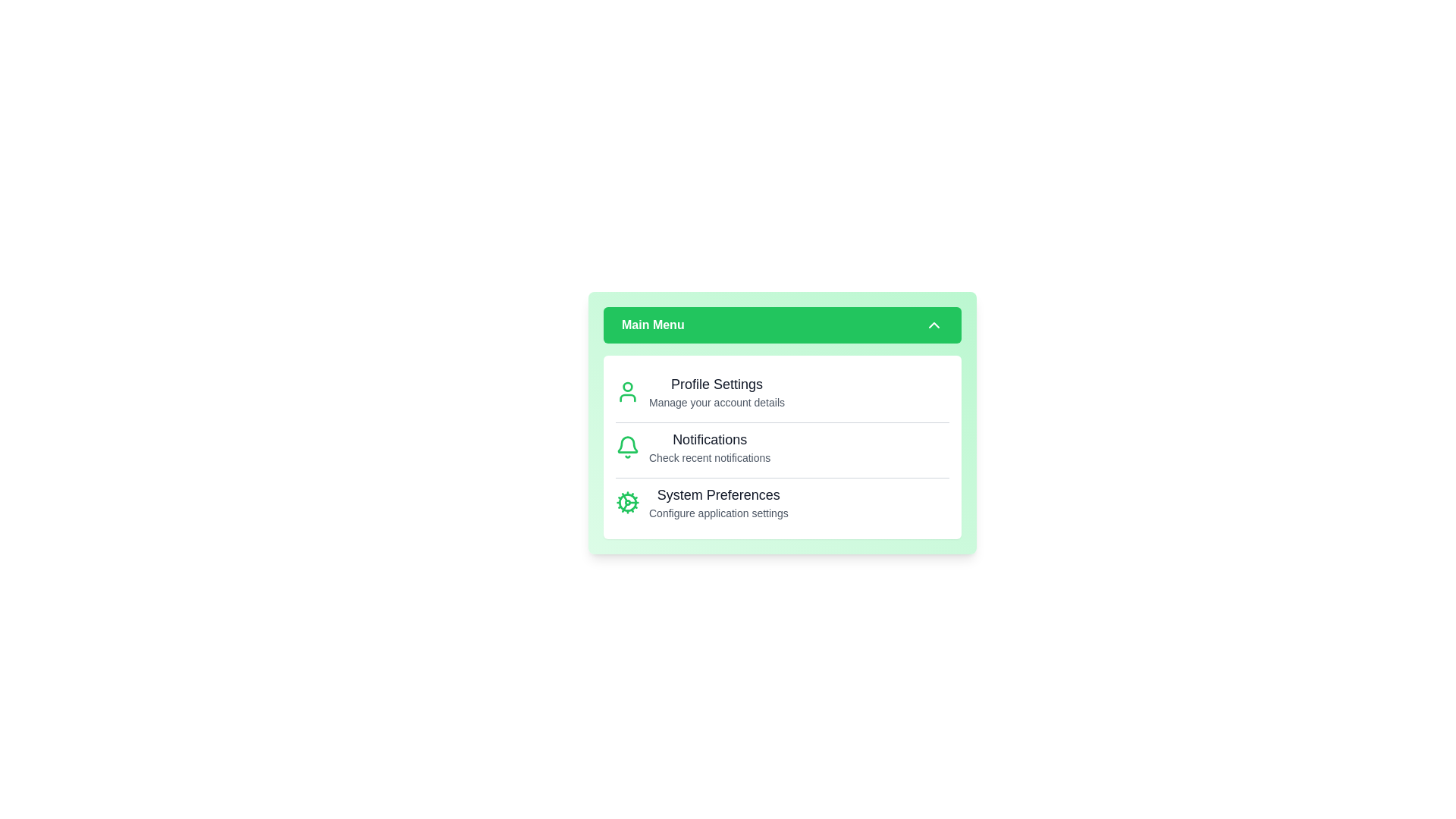  I want to click on the 'Notifications' option in the menu, so click(783, 446).